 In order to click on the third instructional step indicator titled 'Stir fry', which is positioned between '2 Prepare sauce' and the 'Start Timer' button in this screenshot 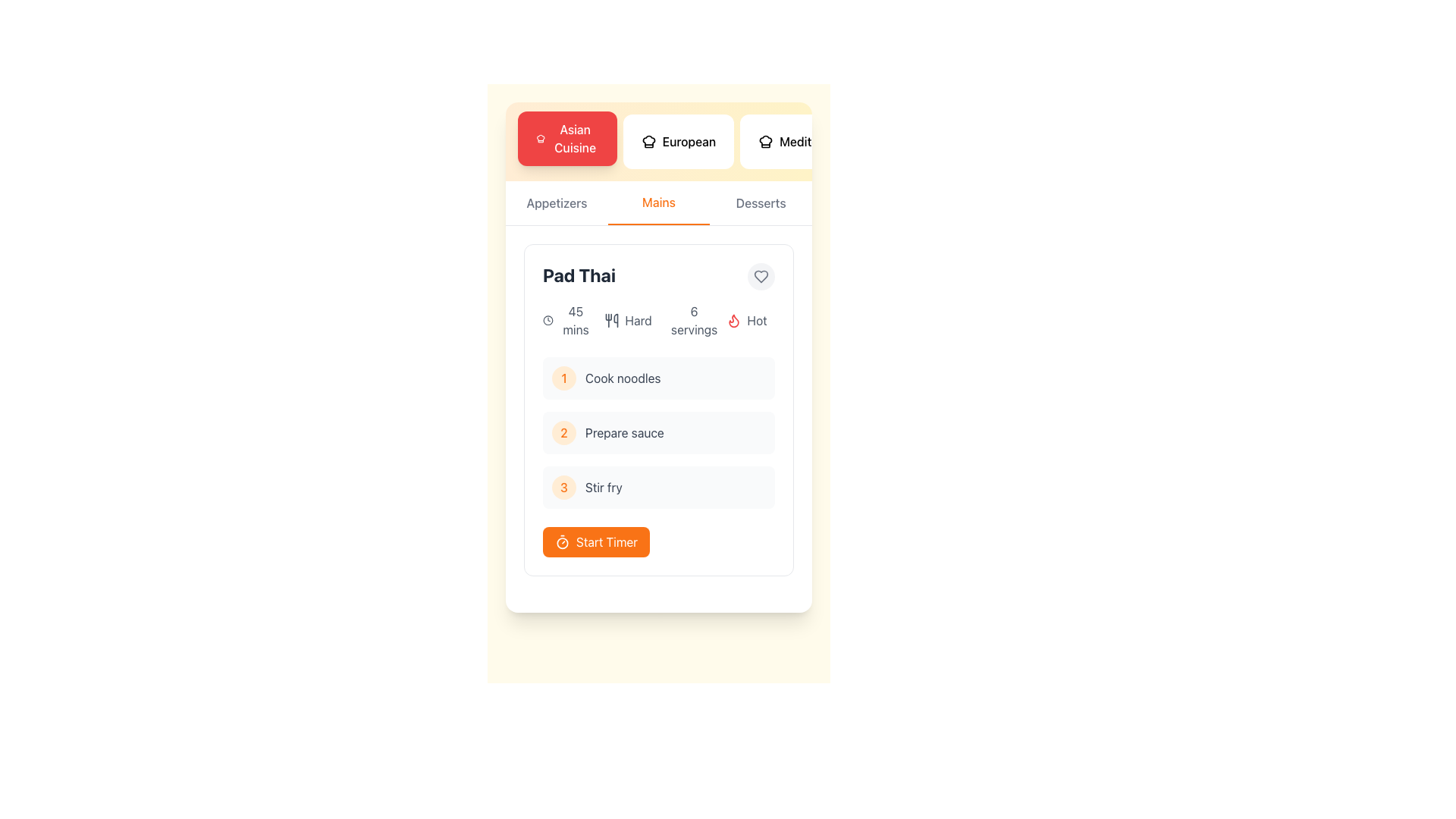, I will do `click(658, 488)`.